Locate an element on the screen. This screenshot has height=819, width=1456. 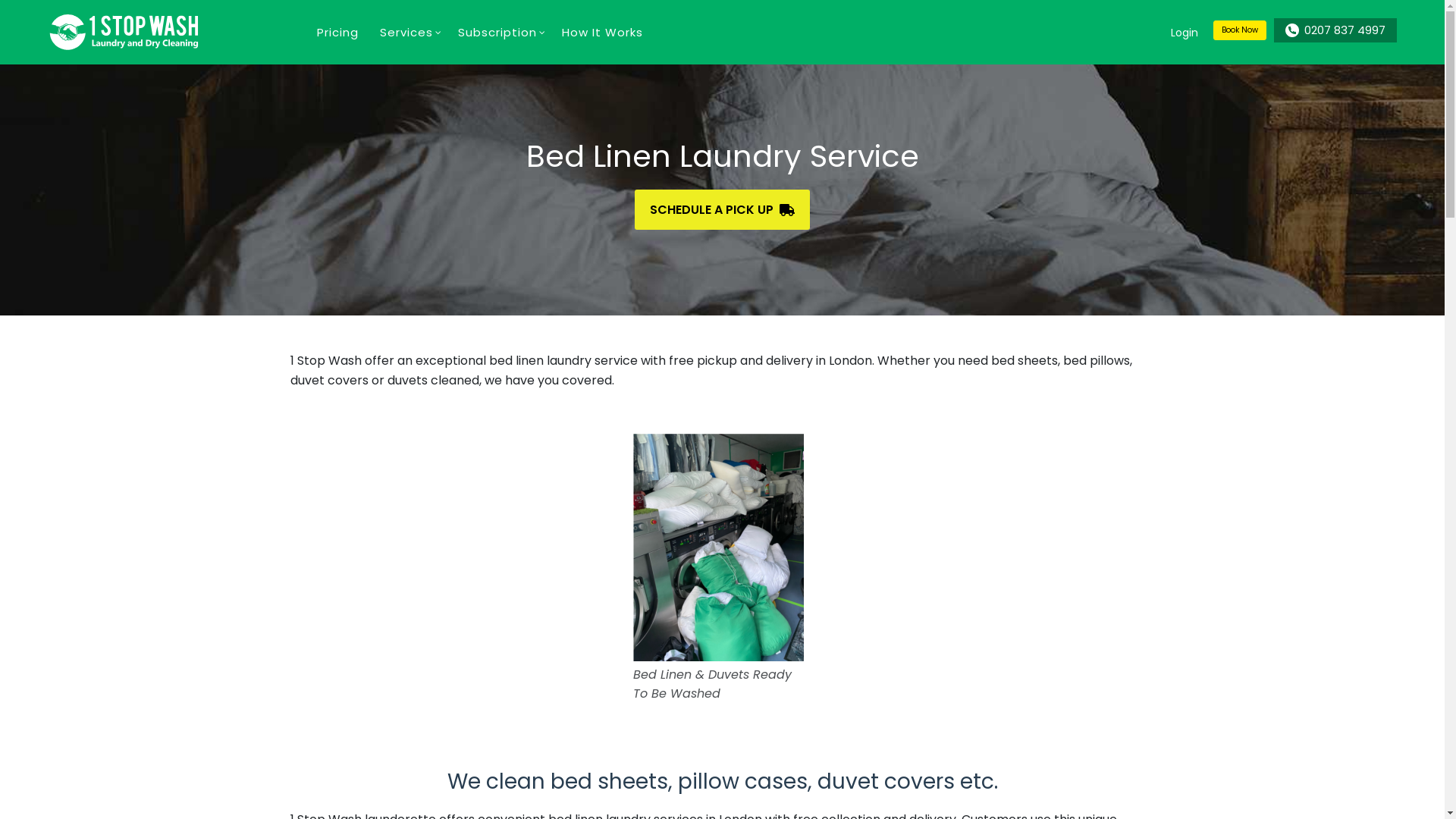
'Book Now' is located at coordinates (1240, 30).